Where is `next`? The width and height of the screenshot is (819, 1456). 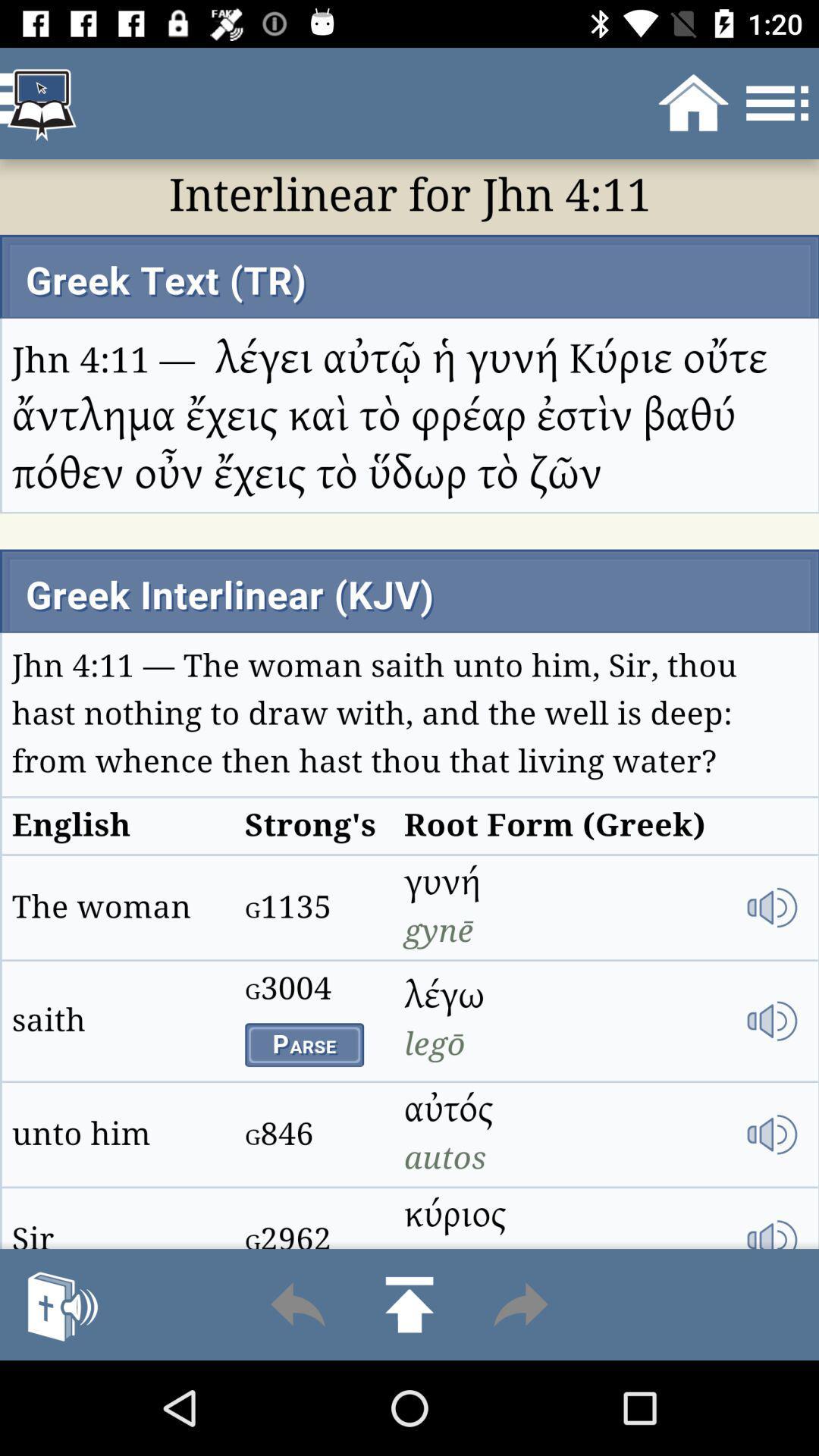 next is located at coordinates (519, 1304).